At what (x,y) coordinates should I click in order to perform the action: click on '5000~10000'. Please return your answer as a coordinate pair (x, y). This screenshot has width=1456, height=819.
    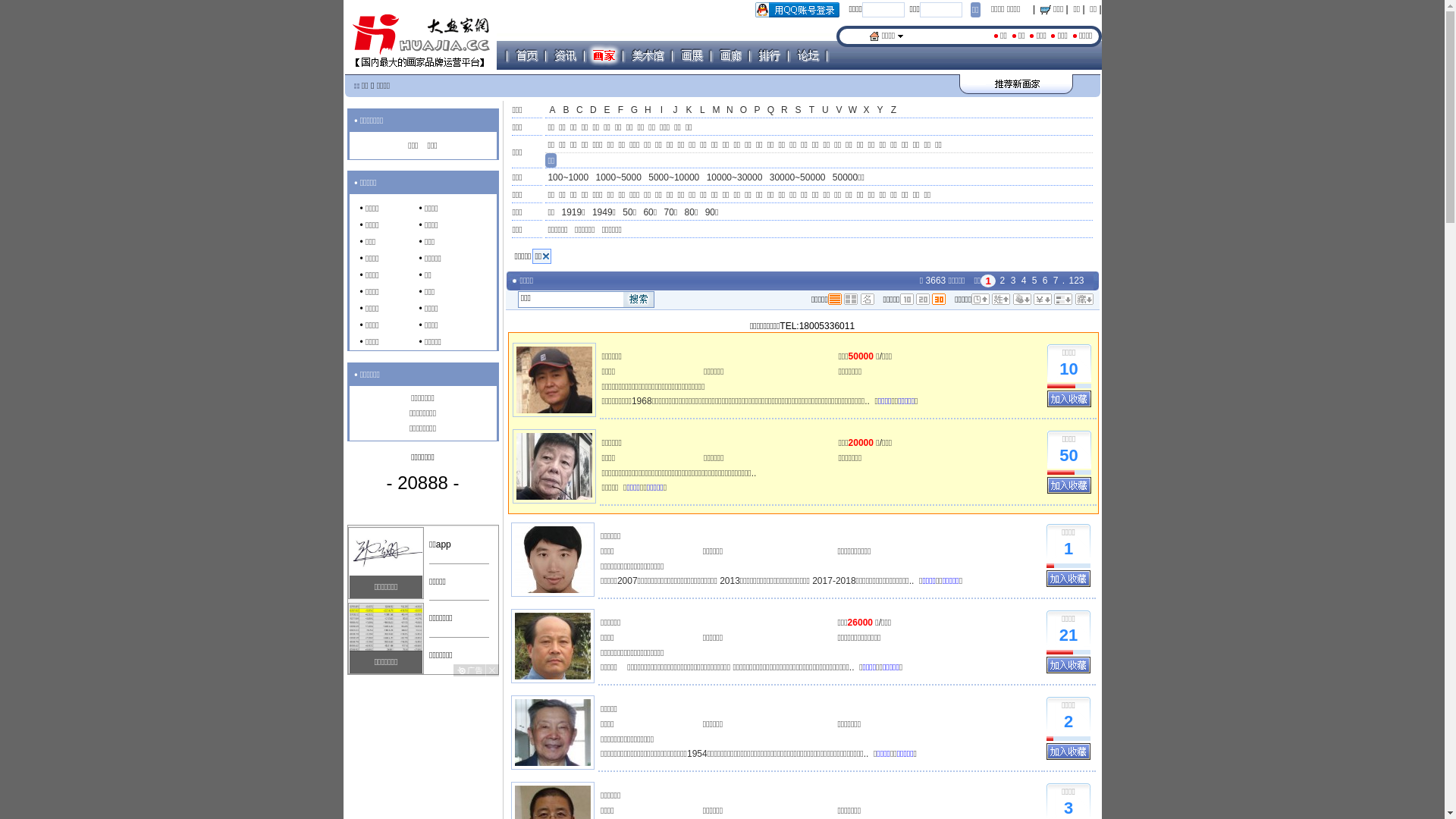
    Looking at the image, I should click on (673, 177).